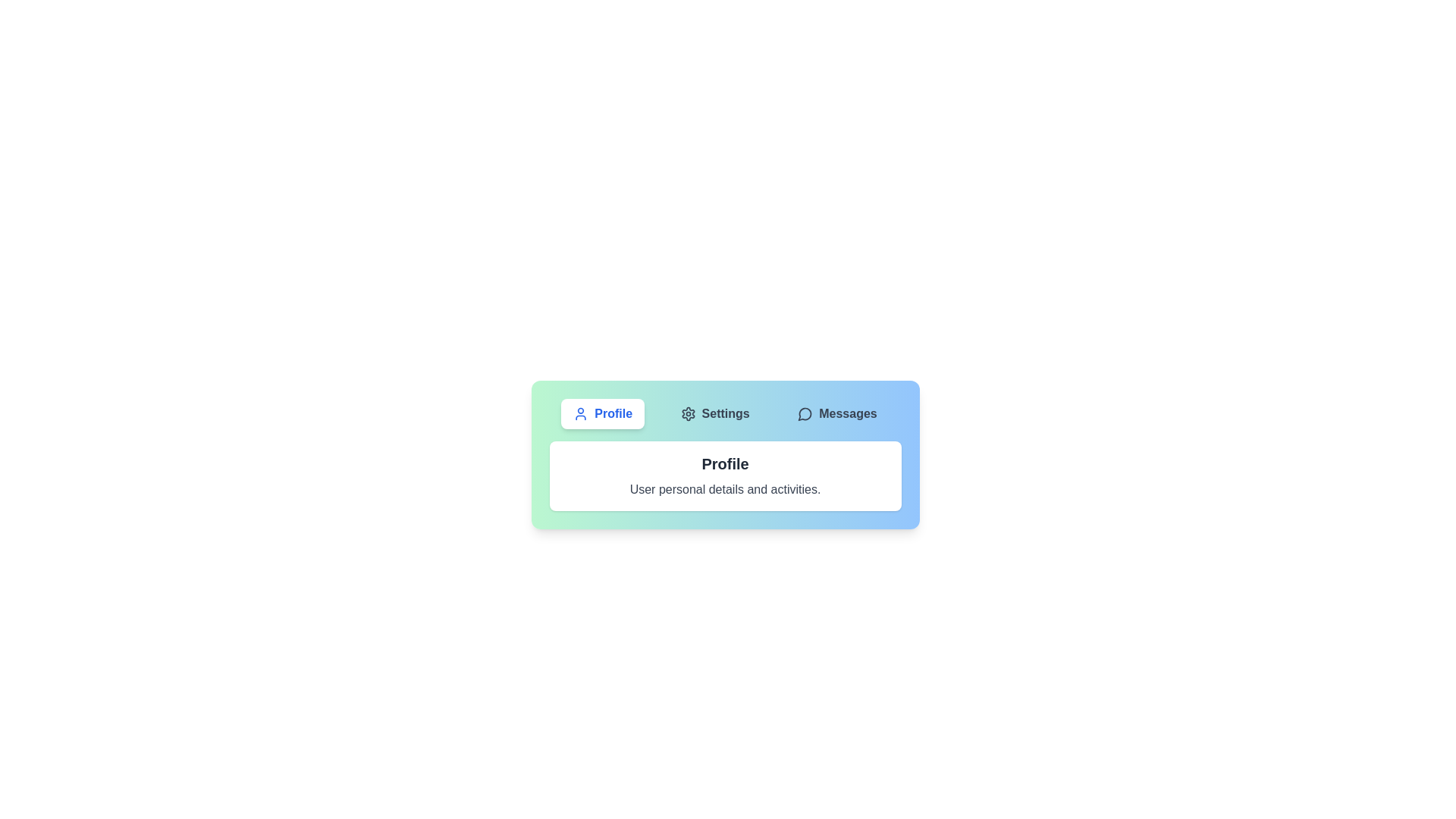 This screenshot has width=1456, height=819. Describe the element at coordinates (836, 414) in the screenshot. I see `the Messages tab by clicking on its button` at that location.